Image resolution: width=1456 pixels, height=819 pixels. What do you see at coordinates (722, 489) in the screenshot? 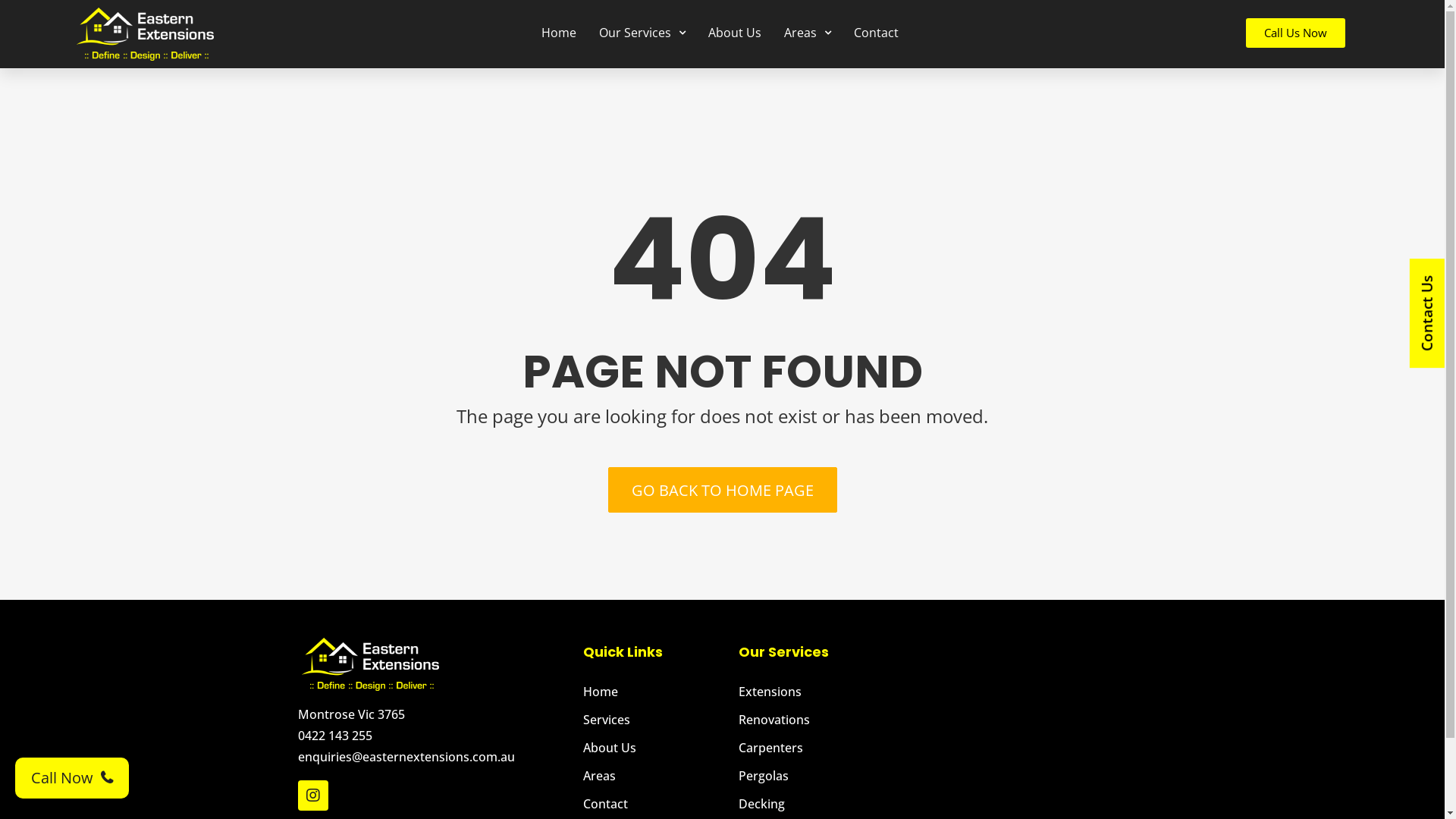
I see `'GO BACK TO HOME PAGE'` at bounding box center [722, 489].